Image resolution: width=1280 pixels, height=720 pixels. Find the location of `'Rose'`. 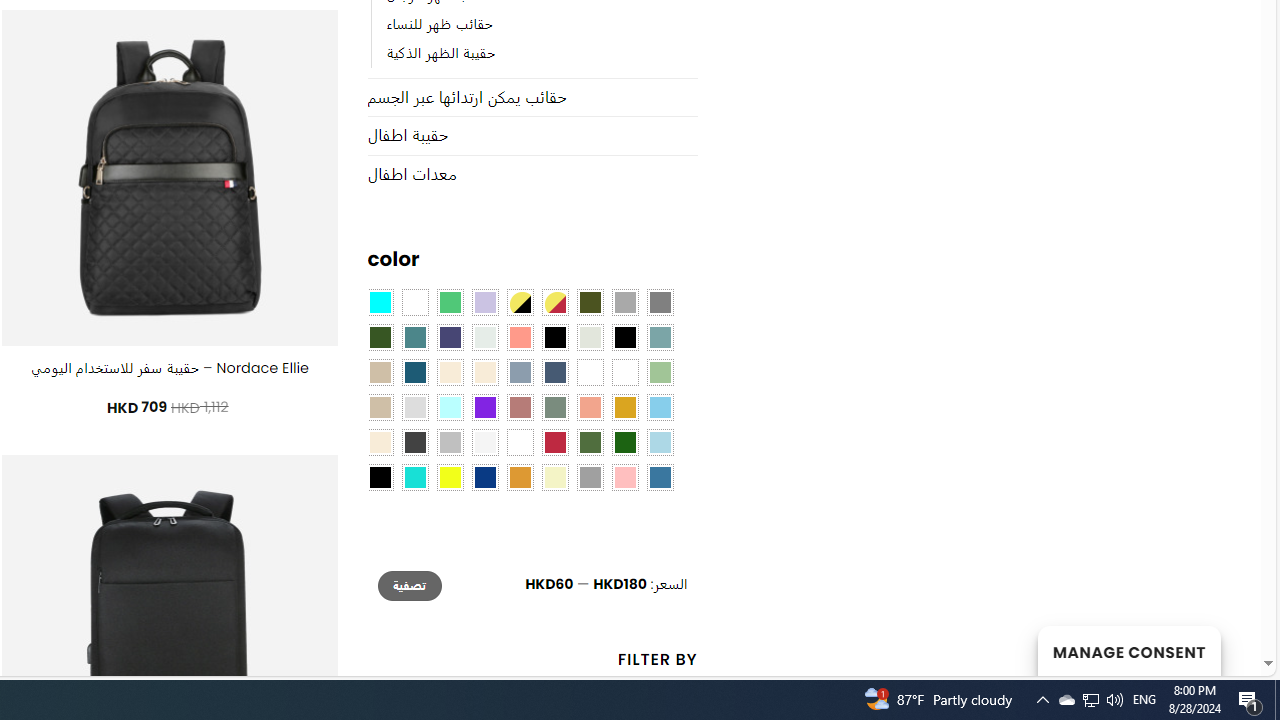

'Rose' is located at coordinates (519, 407).